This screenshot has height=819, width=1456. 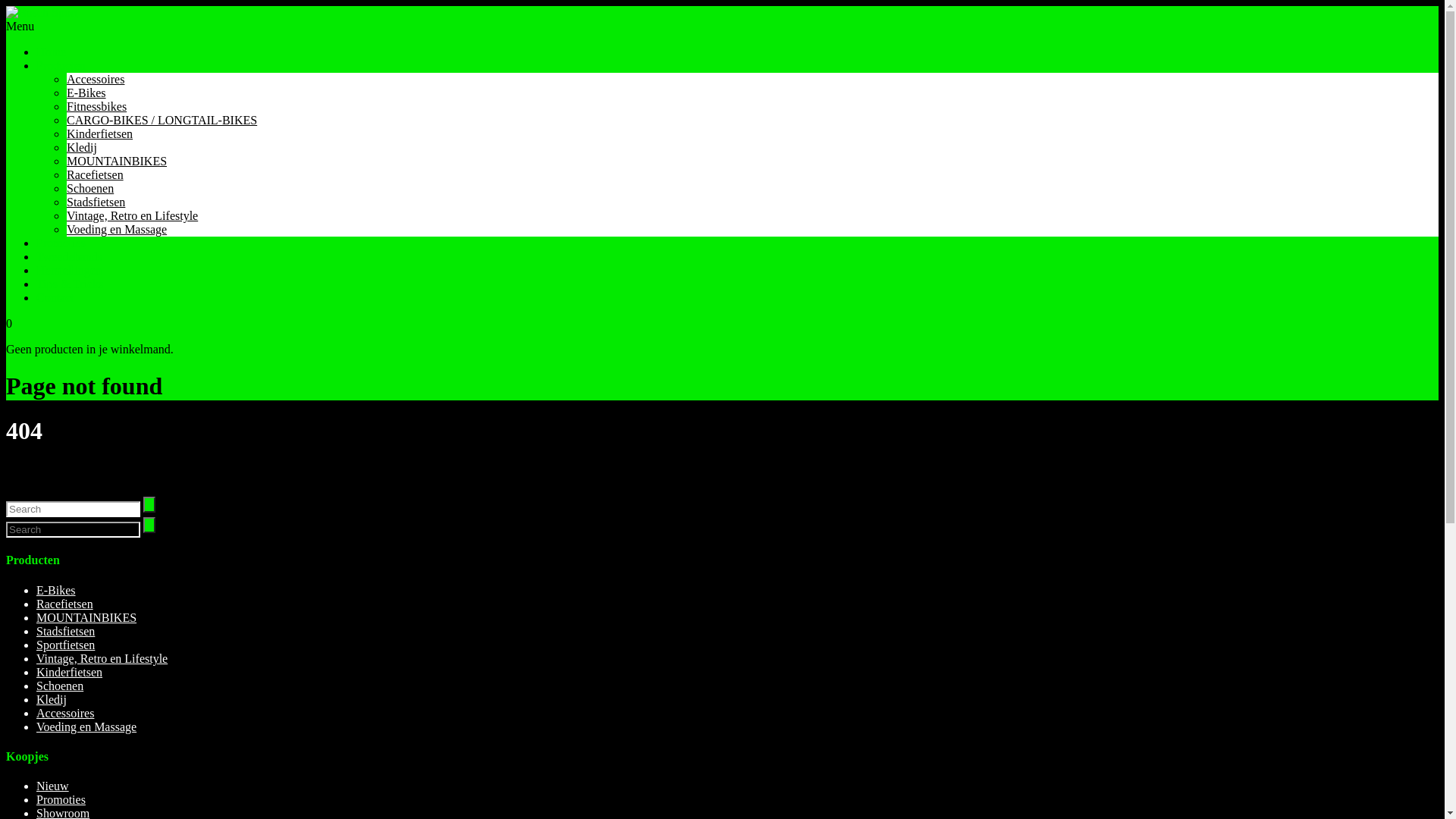 I want to click on 'Home', so click(x=51, y=51).